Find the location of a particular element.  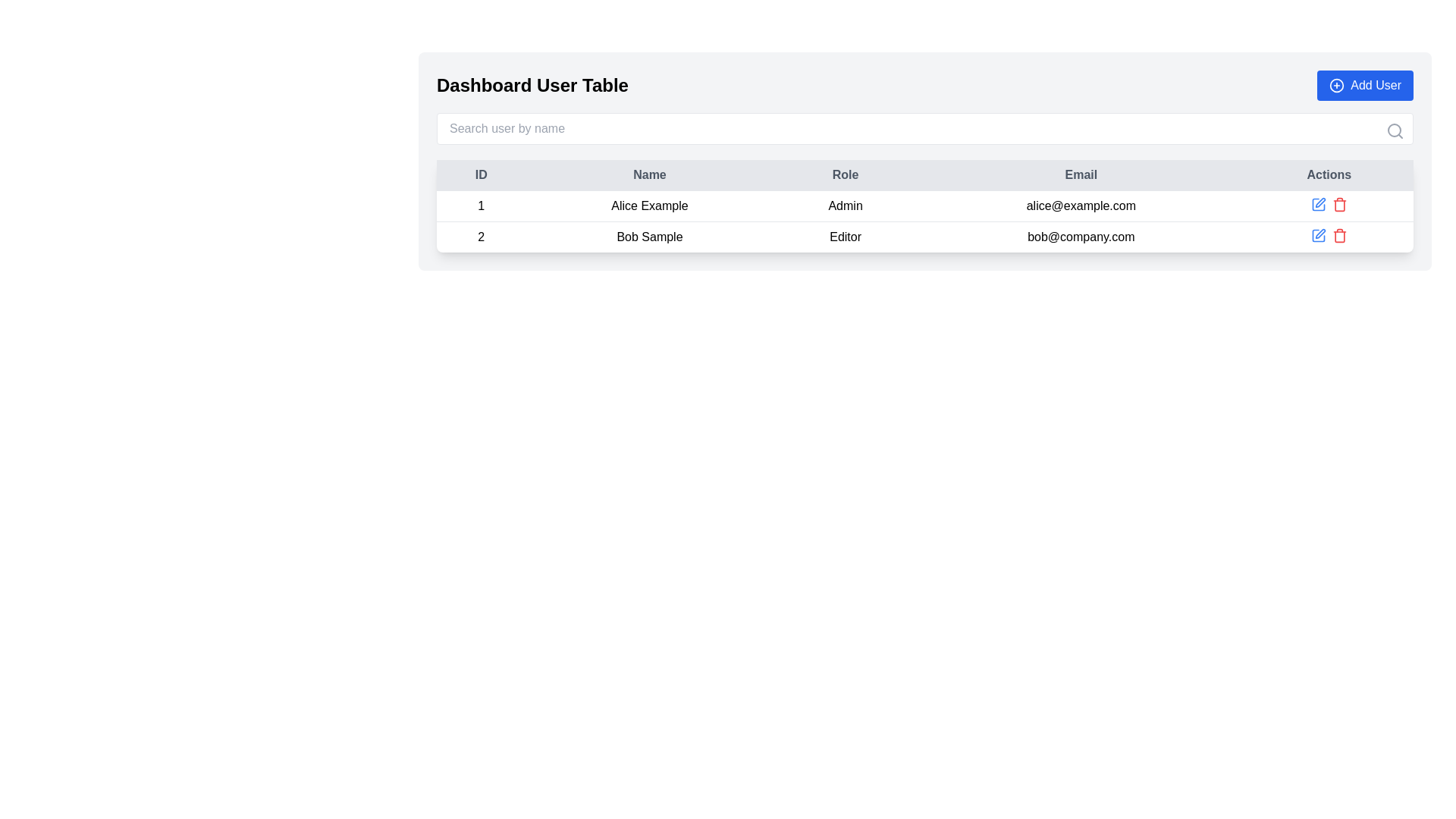

the 'Role' column header, which is the third header in a five-column table, positioned between the 'Name' column header and the 'Email' column header is located at coordinates (845, 174).